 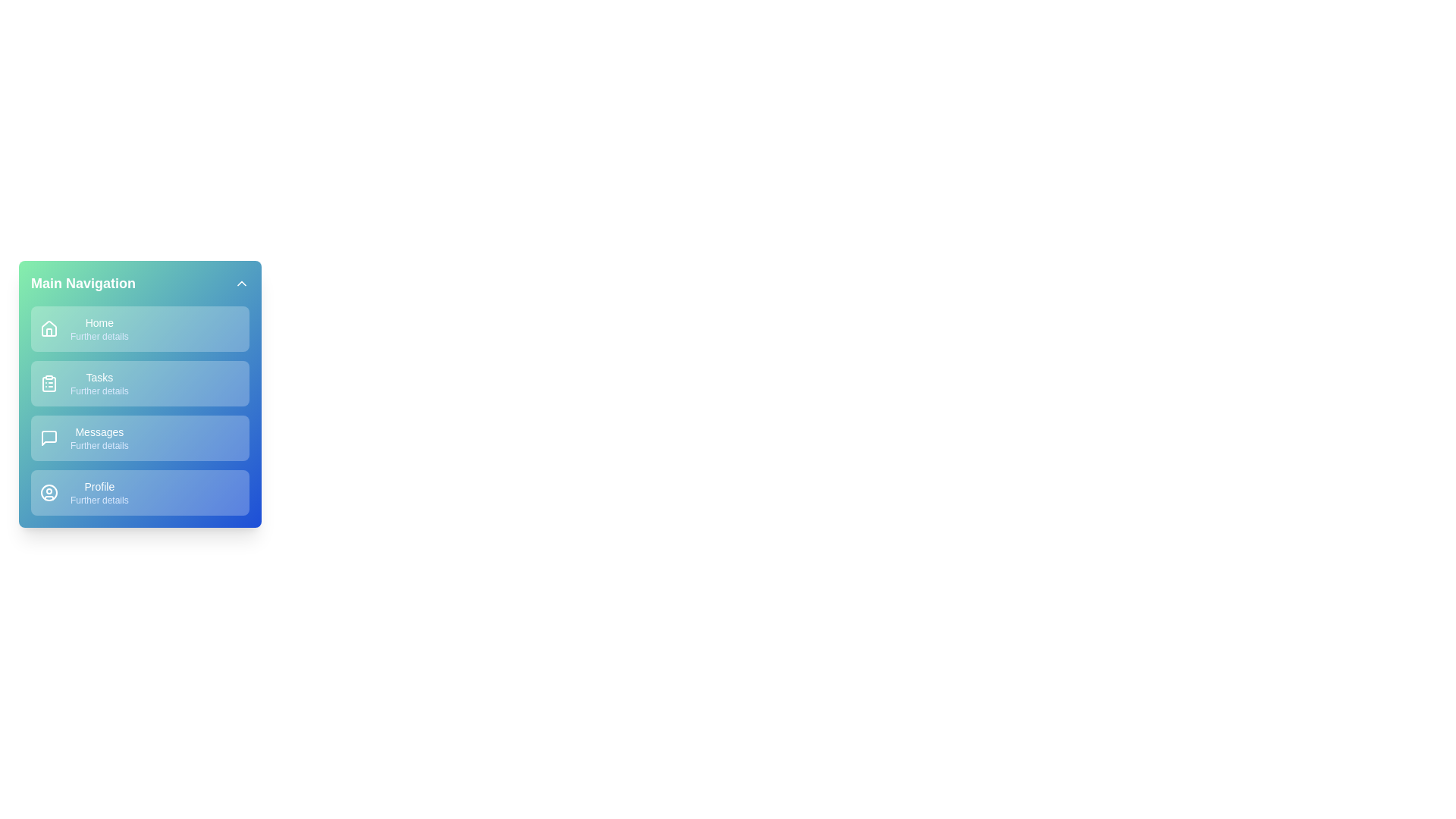 What do you see at coordinates (140, 382) in the screenshot?
I see `the menu item Tasks by clicking on it` at bounding box center [140, 382].